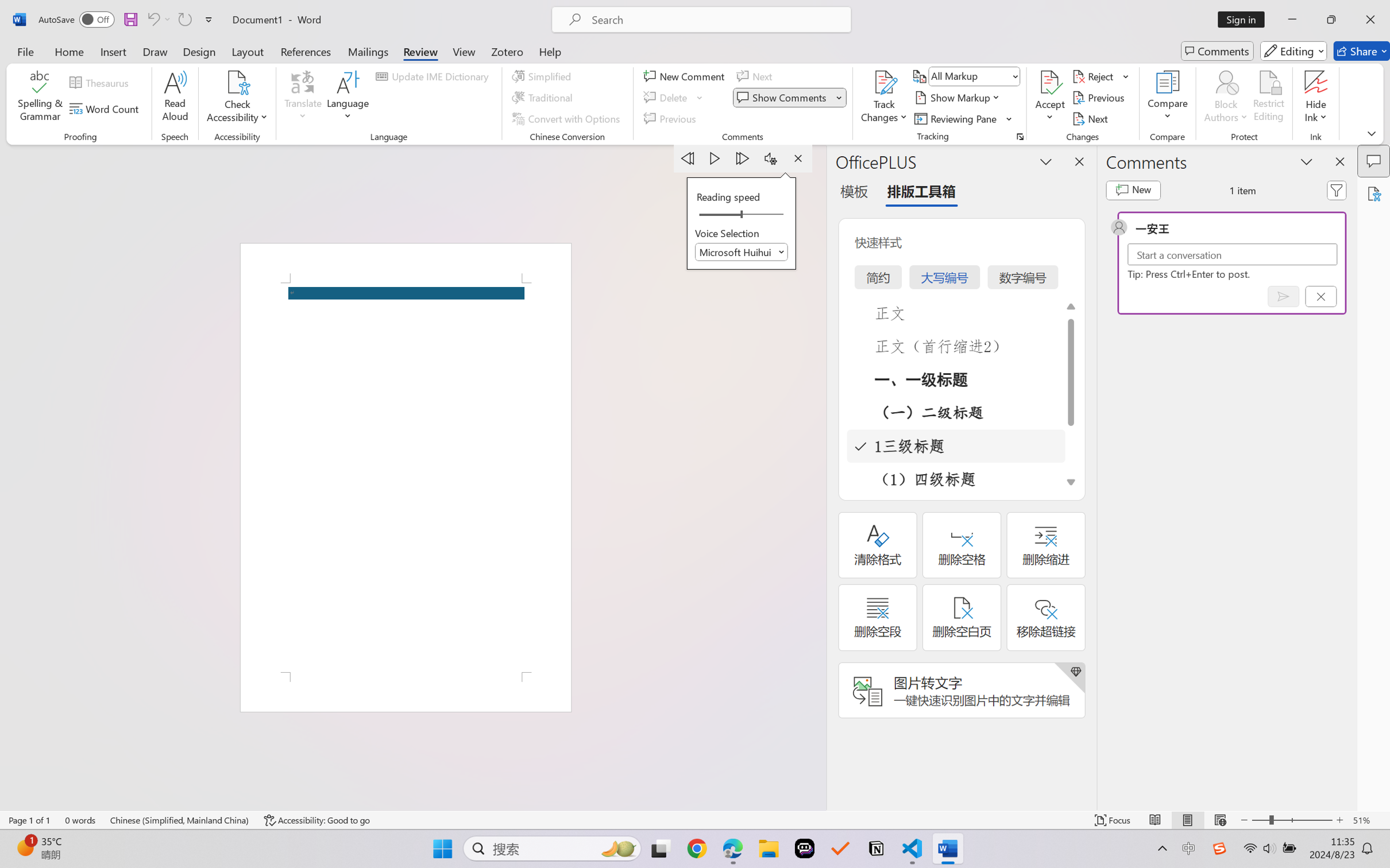 This screenshot has height=868, width=1390. What do you see at coordinates (1049, 98) in the screenshot?
I see `'Accept'` at bounding box center [1049, 98].